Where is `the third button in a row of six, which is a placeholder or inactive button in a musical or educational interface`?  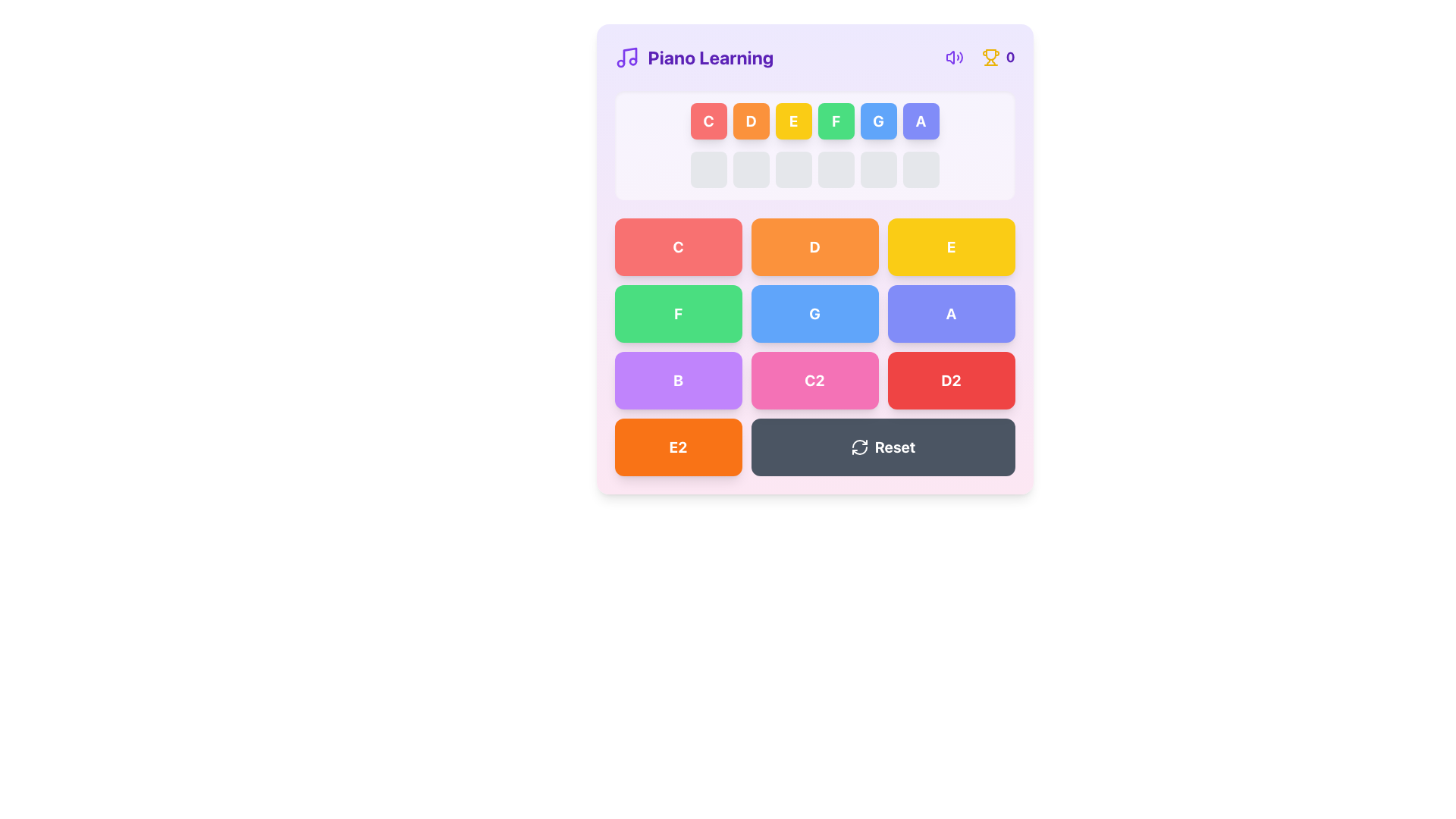 the third button in a row of six, which is a placeholder or inactive button in a musical or educational interface is located at coordinates (792, 169).